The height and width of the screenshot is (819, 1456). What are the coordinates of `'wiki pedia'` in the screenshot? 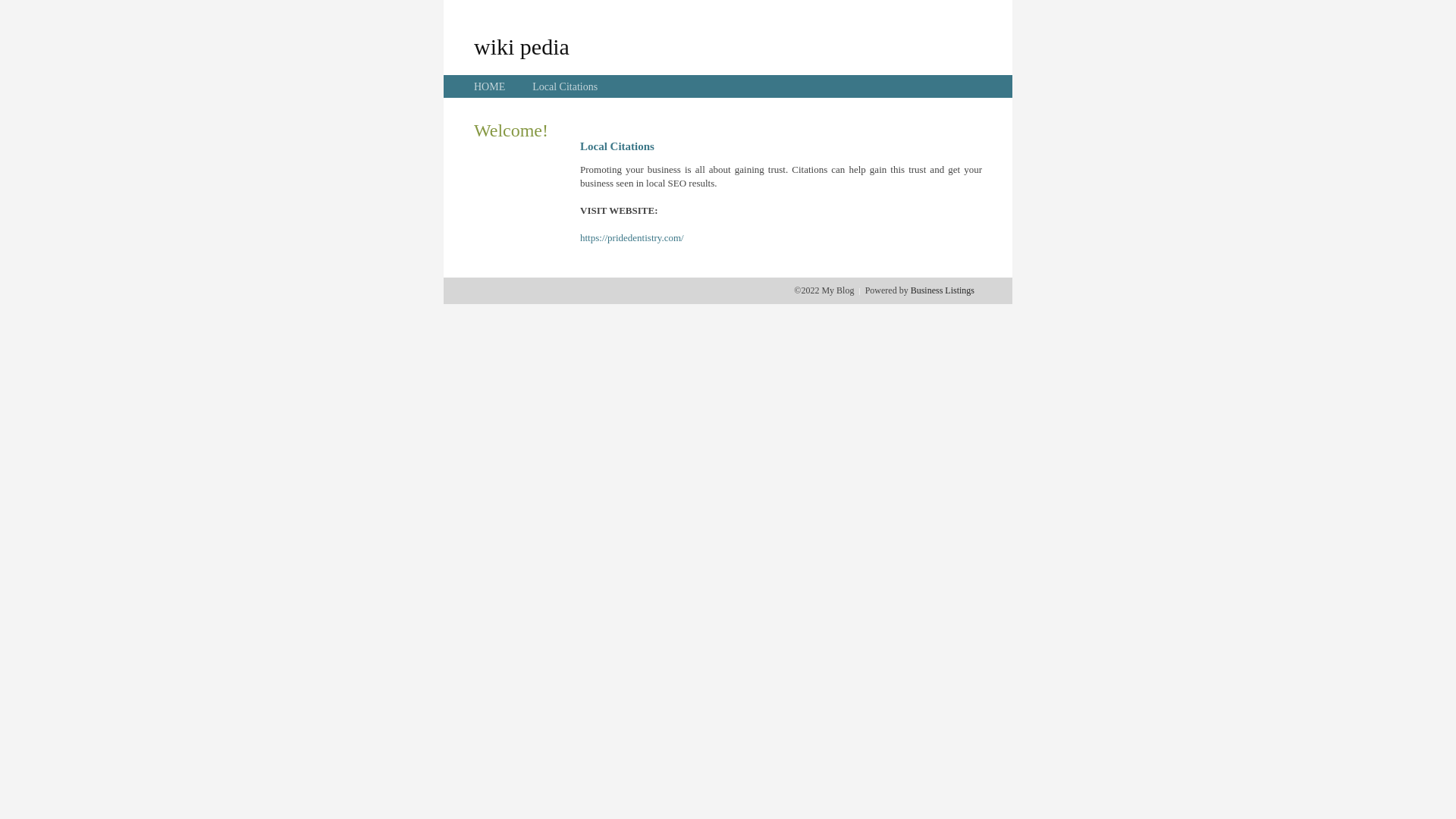 It's located at (521, 45).